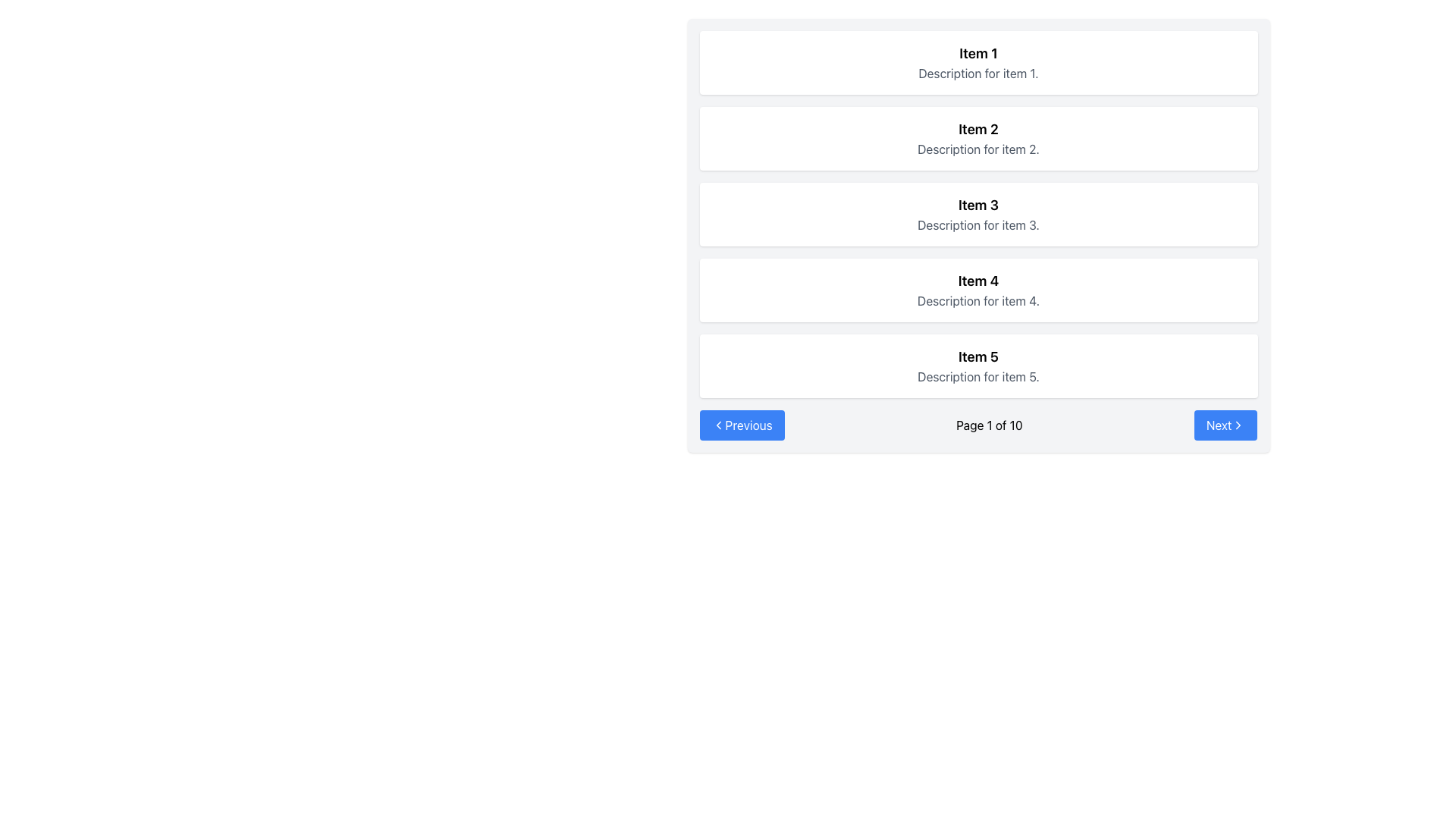 This screenshot has height=819, width=1456. Describe the element at coordinates (978, 425) in the screenshot. I see `text in the center section of the Pagination Control to understand the current page number, which displays 'Page 1 of 10'` at that location.